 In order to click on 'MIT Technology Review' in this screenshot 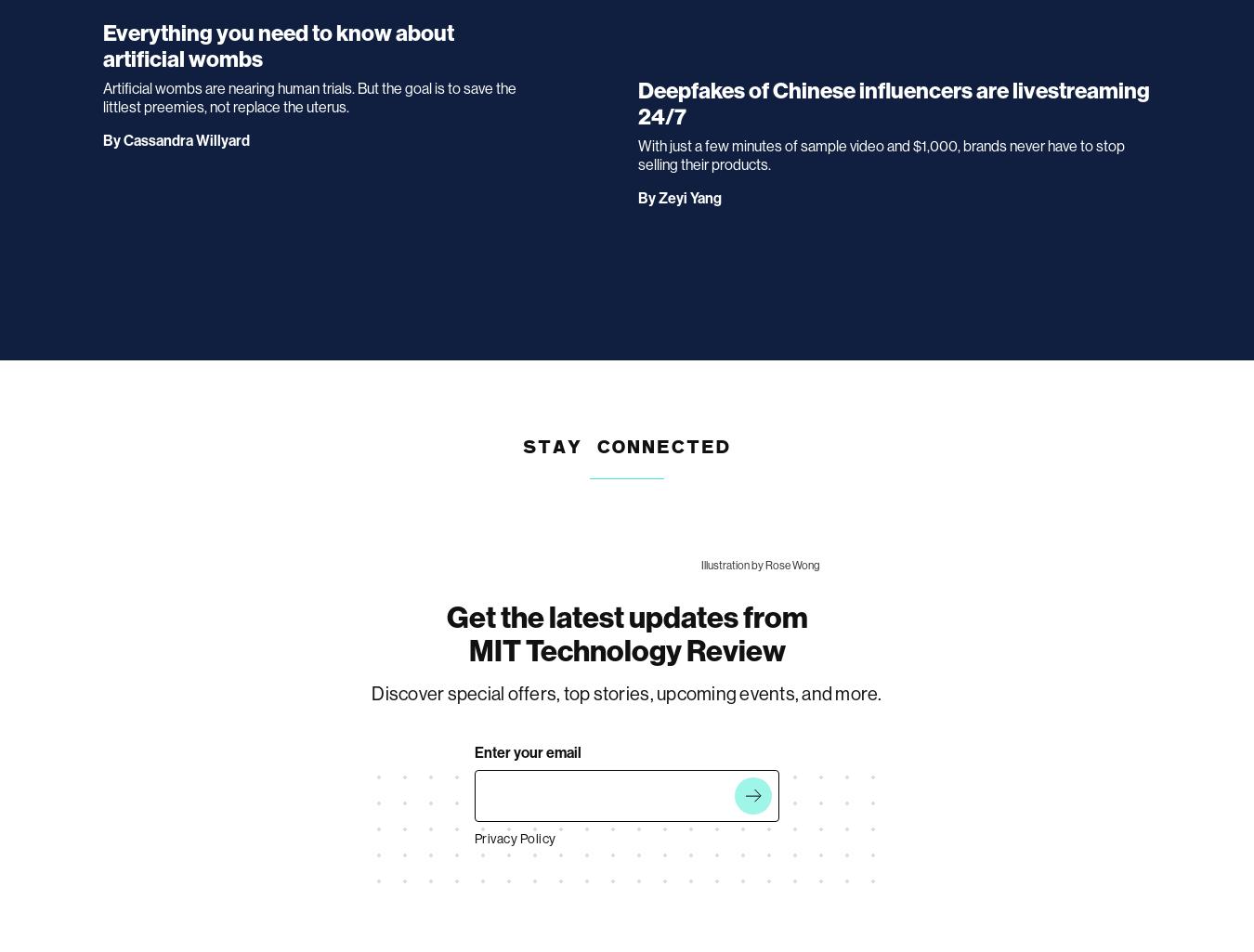, I will do `click(466, 649)`.